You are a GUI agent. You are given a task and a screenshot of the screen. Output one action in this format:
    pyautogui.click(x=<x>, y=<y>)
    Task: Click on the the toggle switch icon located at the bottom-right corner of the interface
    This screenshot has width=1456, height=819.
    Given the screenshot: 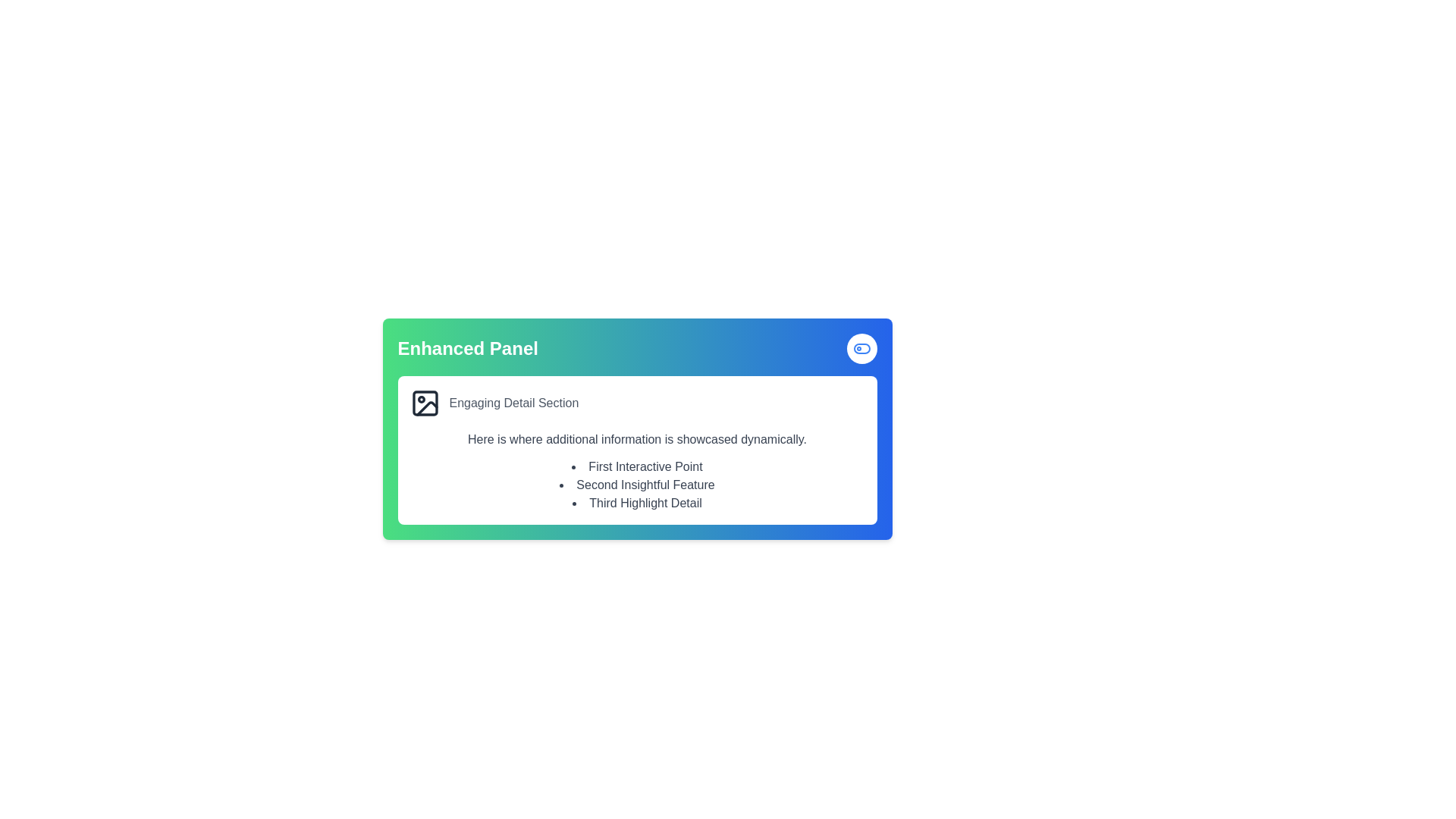 What is the action you would take?
    pyautogui.click(x=861, y=348)
    